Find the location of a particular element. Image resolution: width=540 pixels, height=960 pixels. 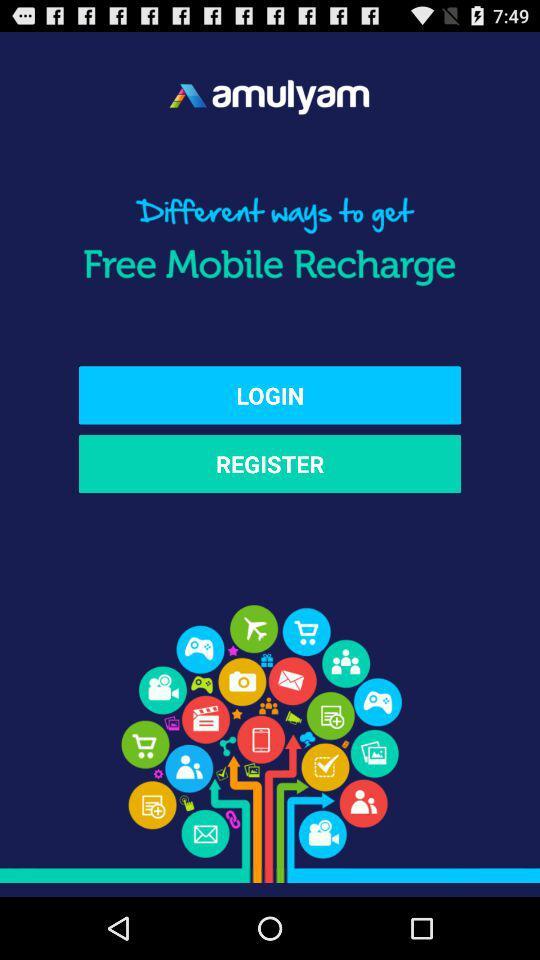

the register is located at coordinates (270, 464).